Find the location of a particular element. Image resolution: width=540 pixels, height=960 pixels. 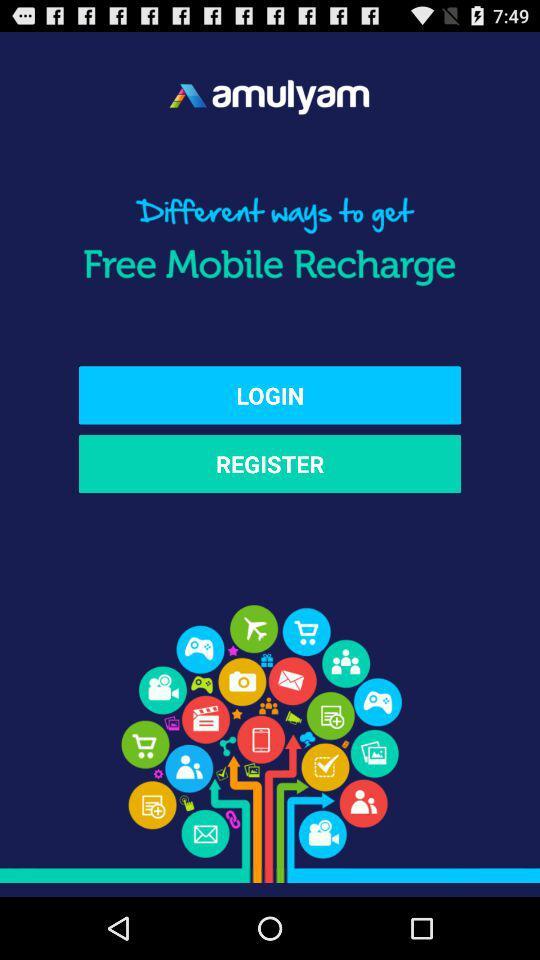

the register is located at coordinates (270, 464).